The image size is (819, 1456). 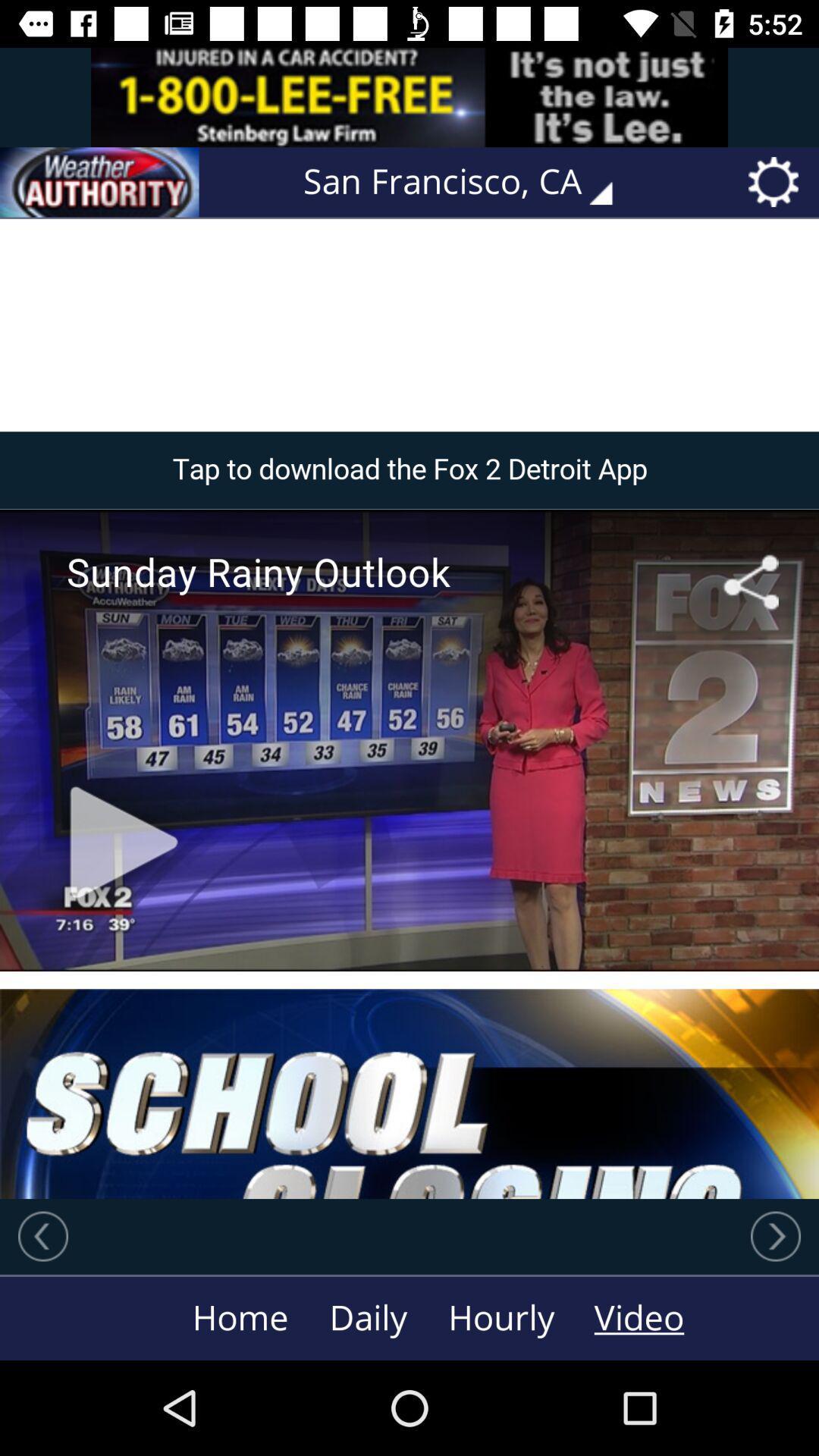 I want to click on advertisement, so click(x=409, y=96).